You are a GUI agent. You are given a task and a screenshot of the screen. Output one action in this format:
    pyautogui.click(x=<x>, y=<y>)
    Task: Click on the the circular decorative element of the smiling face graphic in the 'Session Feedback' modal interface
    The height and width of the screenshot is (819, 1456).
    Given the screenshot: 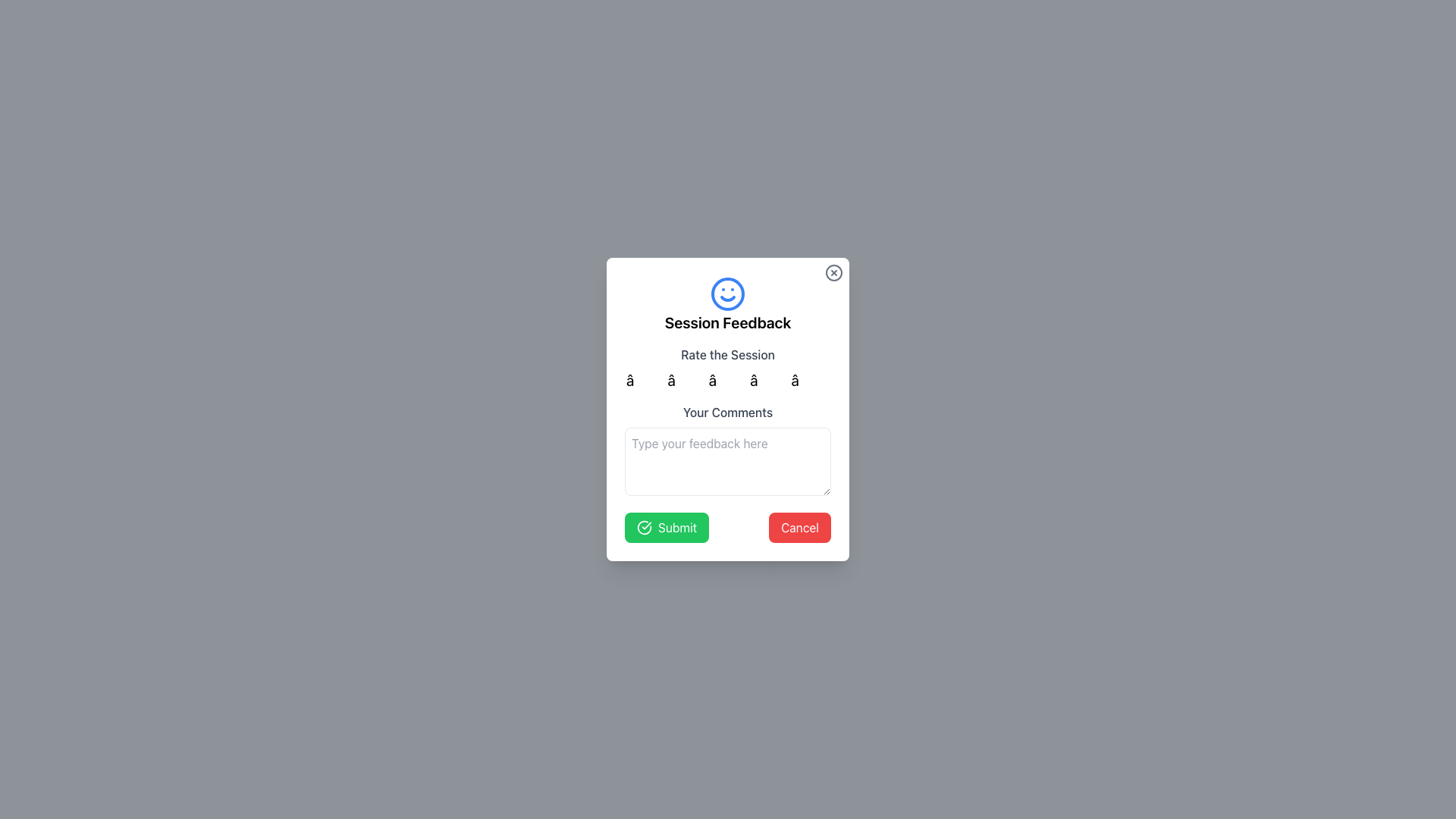 What is the action you would take?
    pyautogui.click(x=728, y=294)
    